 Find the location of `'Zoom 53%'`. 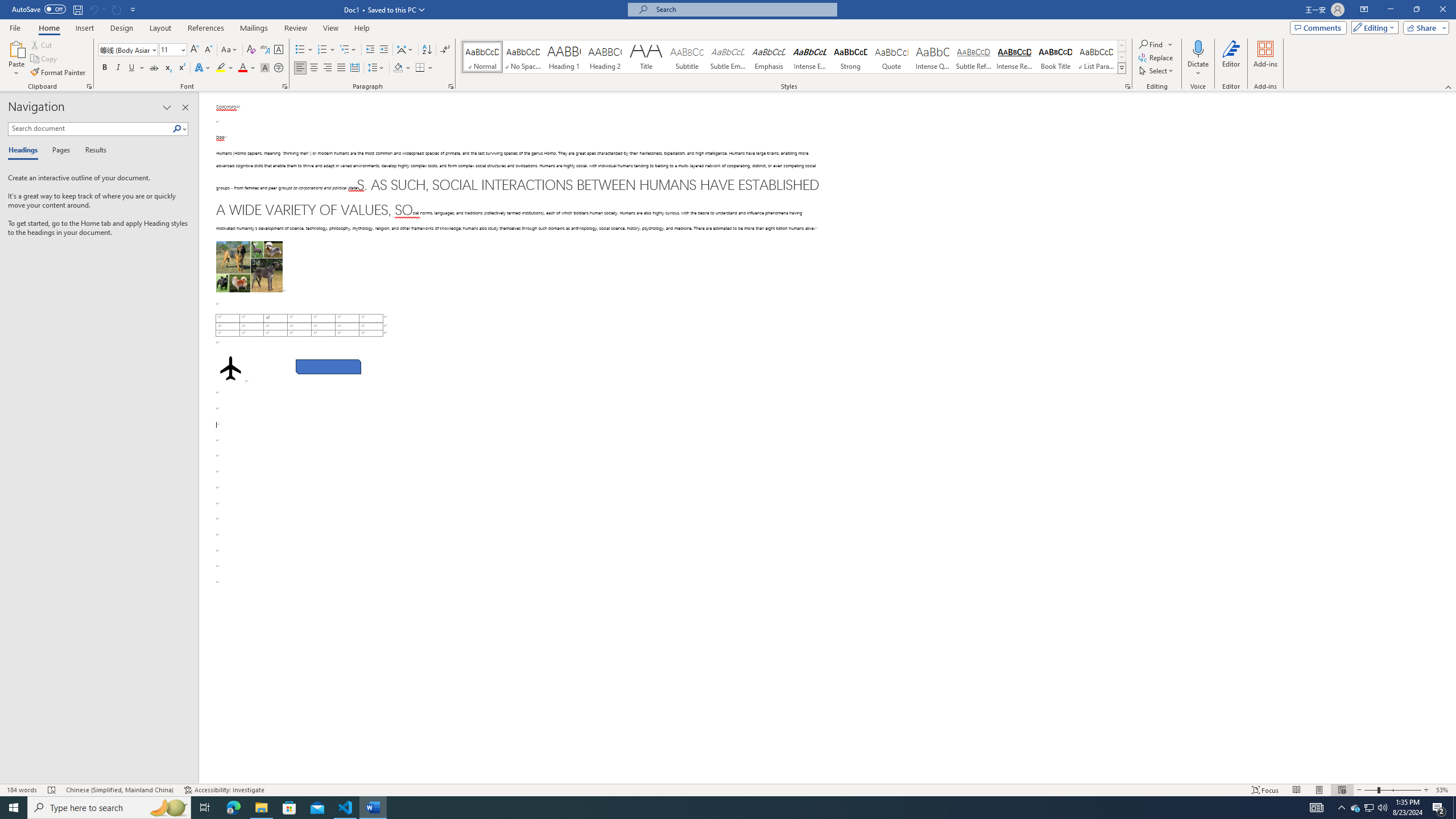

'Zoom 53%' is located at coordinates (1443, 790).